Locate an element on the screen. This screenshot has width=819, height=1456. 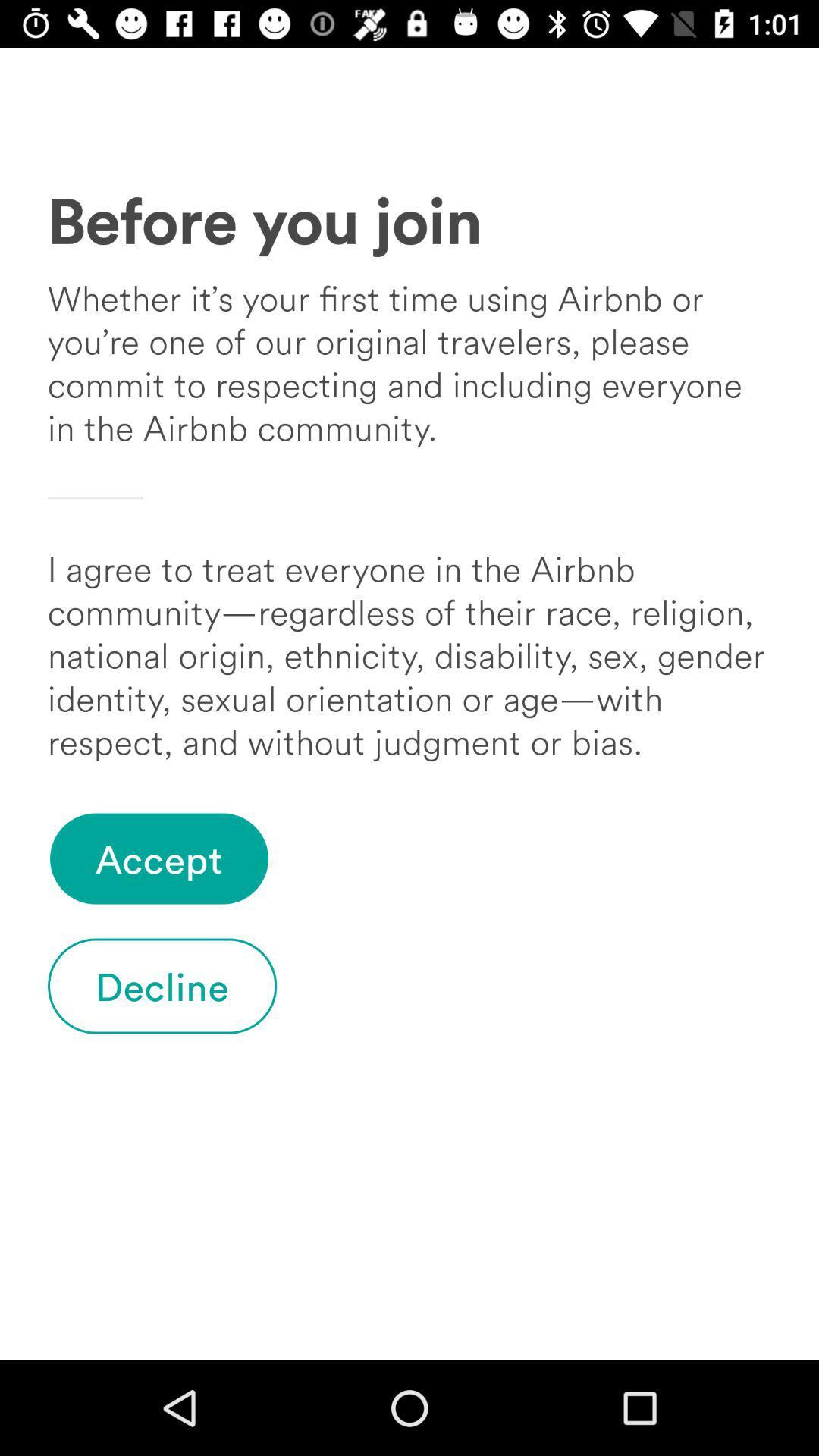
decline item is located at coordinates (162, 986).